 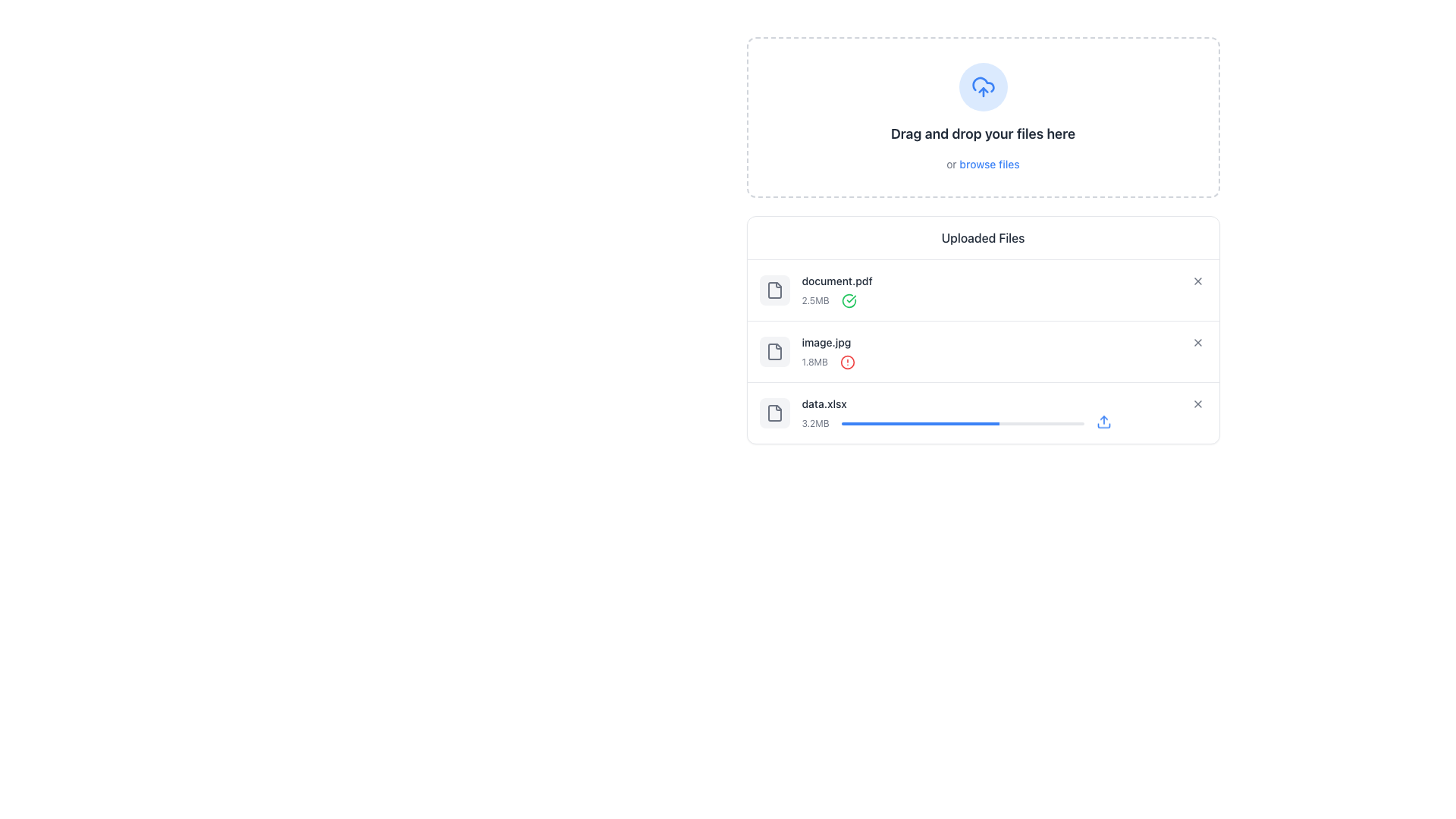 I want to click on the arc element that represents the base of the upload icon, located beneath the upward arrow and within the enclosing boundary of the icon, so click(x=1103, y=425).